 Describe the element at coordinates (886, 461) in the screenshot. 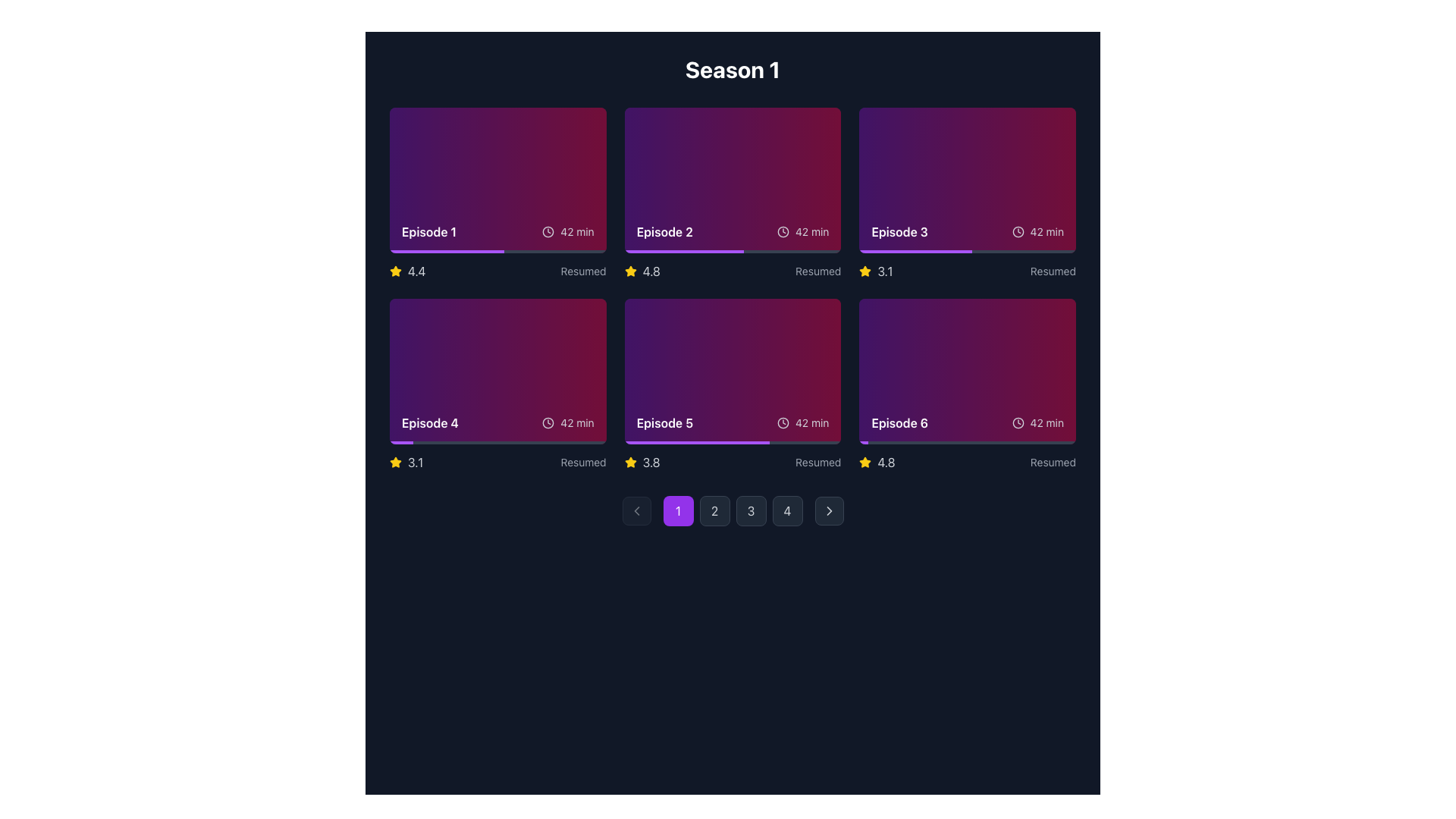

I see `the Text label displaying '4.8' in gray color, located at the bottom-right corner of the grid layout under the 'Episode 6' section, immediately to the right of the yellow star icon` at that location.